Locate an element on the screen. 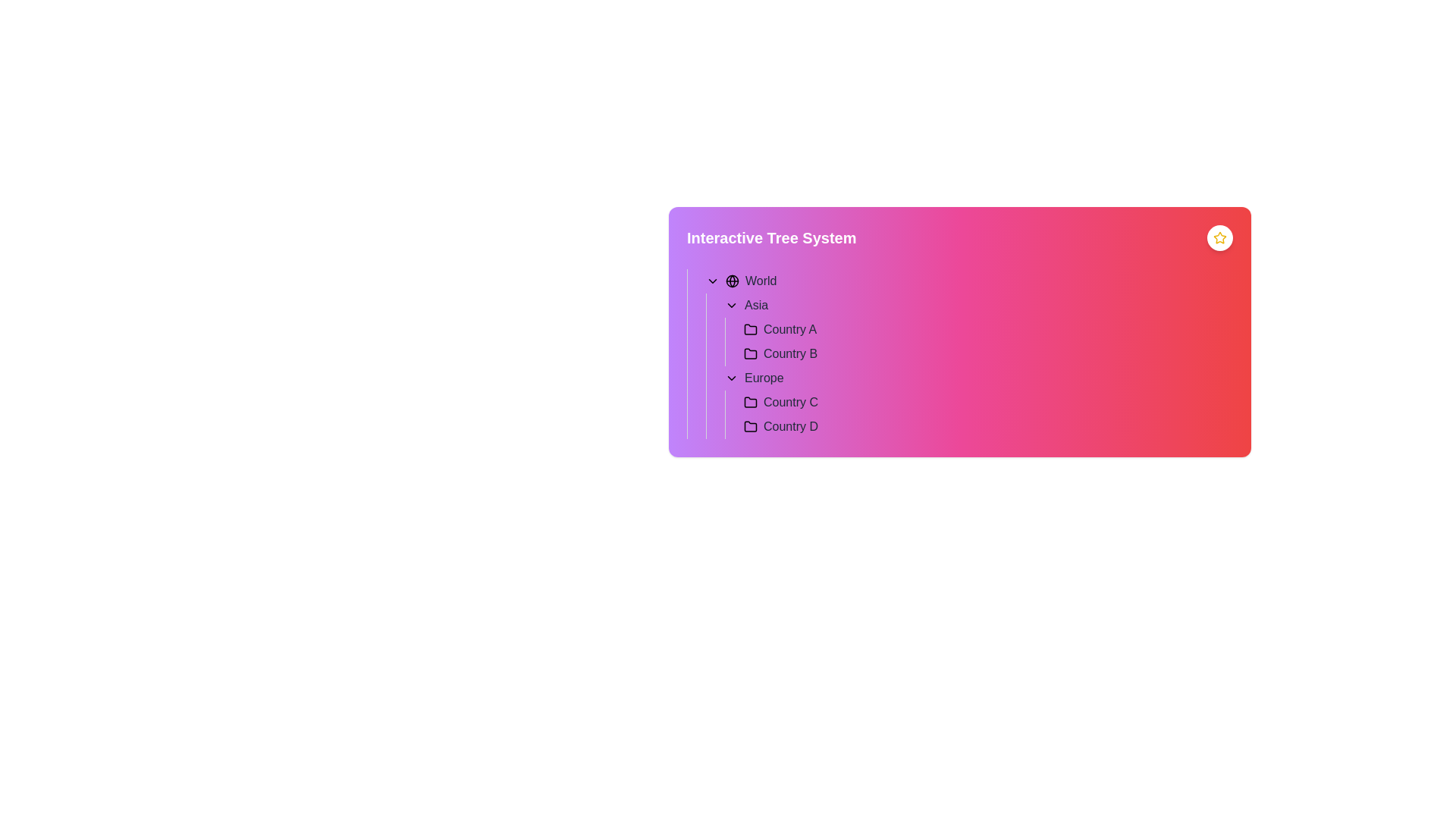  the 'Europe' label in the hierarchical list is located at coordinates (764, 377).